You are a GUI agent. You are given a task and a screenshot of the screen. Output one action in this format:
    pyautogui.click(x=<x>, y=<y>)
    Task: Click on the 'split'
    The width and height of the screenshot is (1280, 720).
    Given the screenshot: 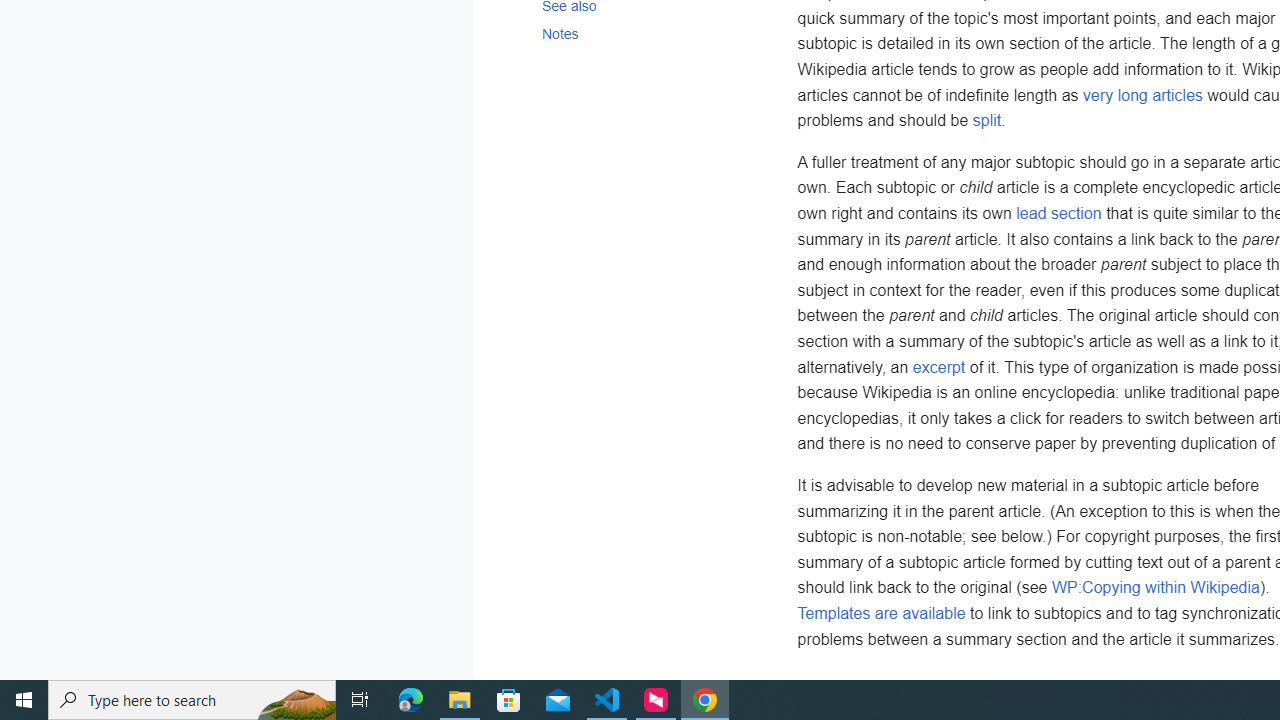 What is the action you would take?
    pyautogui.click(x=986, y=121)
    